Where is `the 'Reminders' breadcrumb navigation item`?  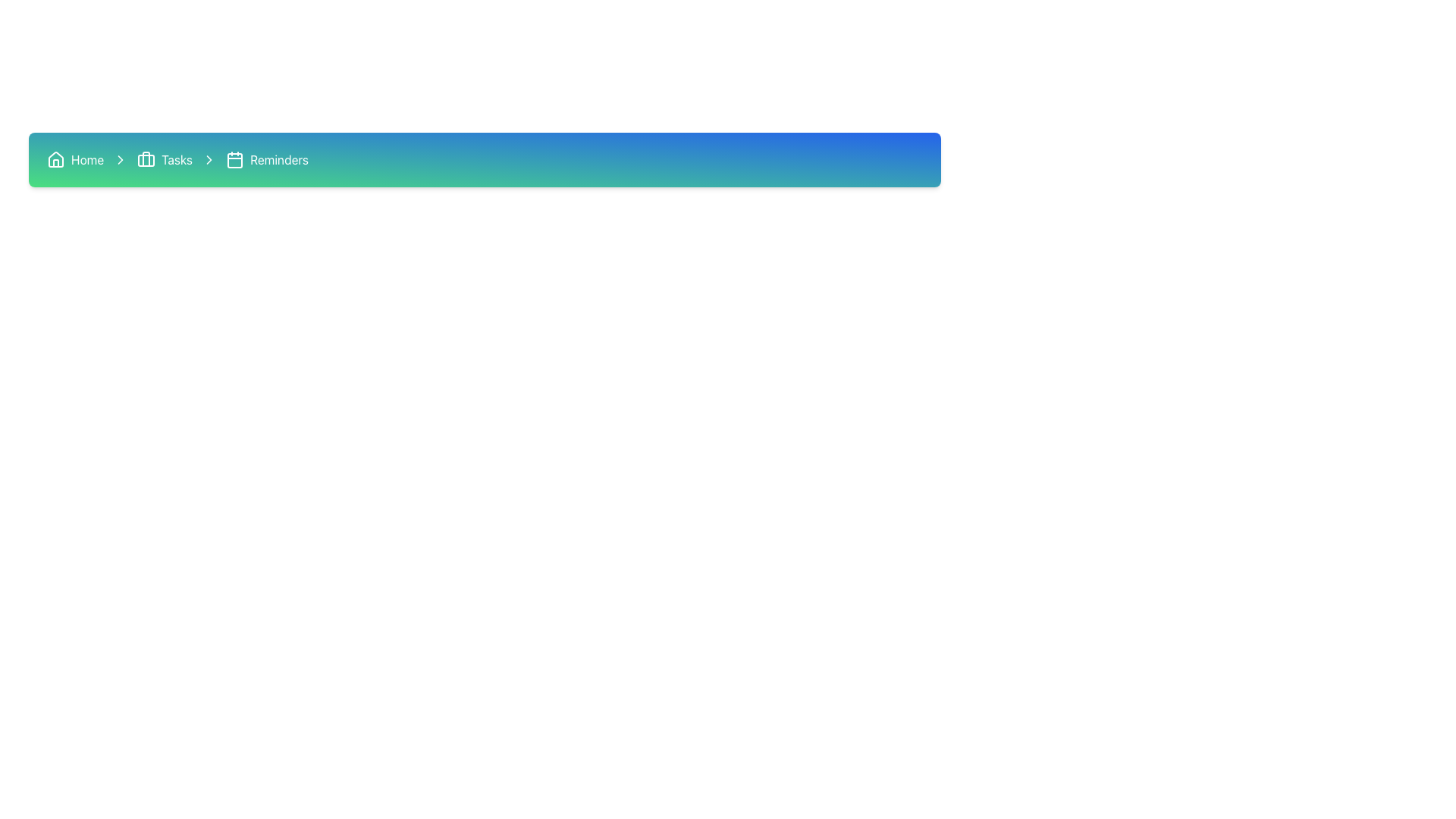 the 'Reminders' breadcrumb navigation item is located at coordinates (267, 160).